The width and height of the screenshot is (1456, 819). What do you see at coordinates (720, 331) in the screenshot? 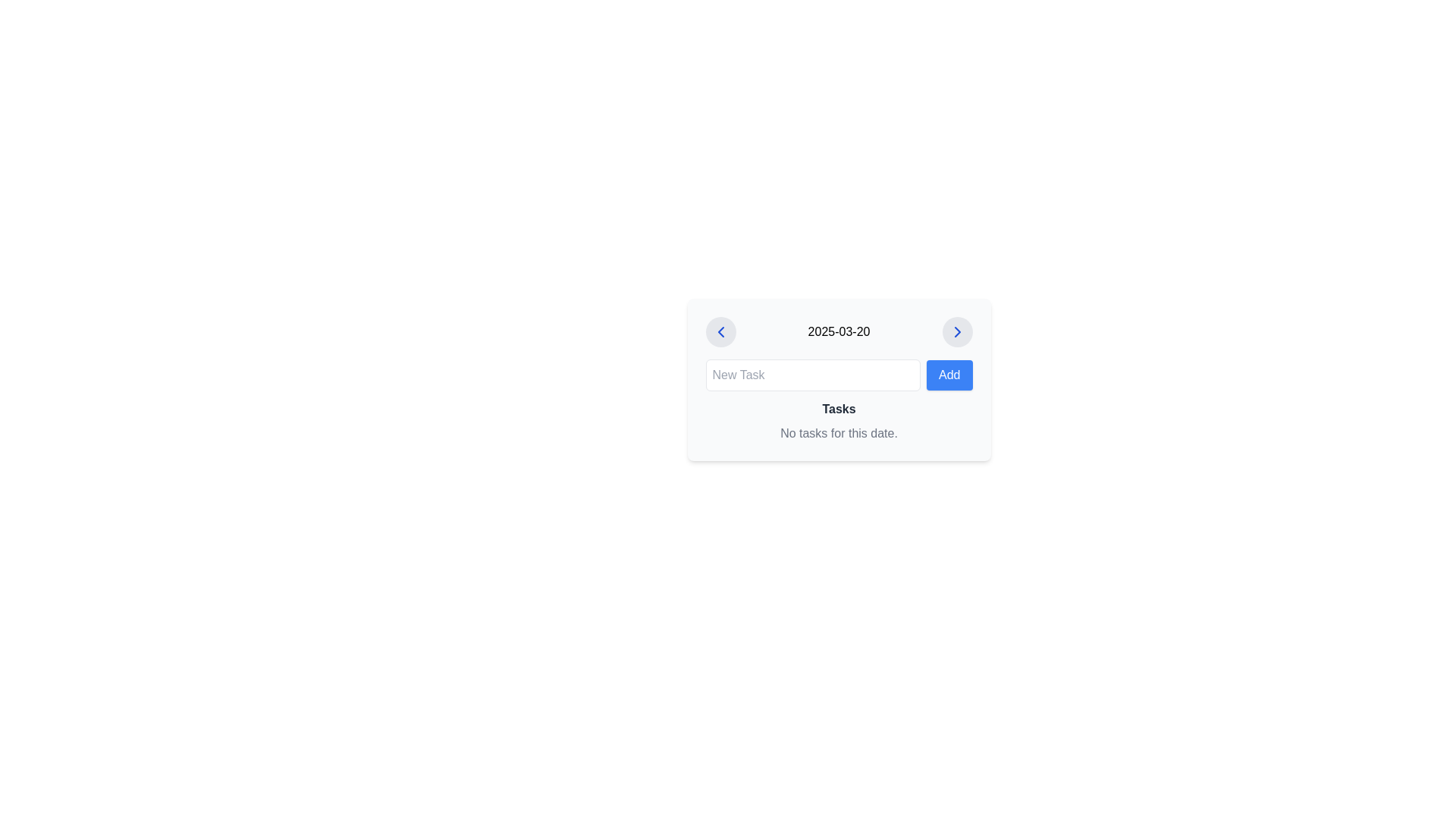
I see `the left-pointing blue chevron icon within the circular button located to the left of the date text '2025-03-20' for visual feedback` at bounding box center [720, 331].